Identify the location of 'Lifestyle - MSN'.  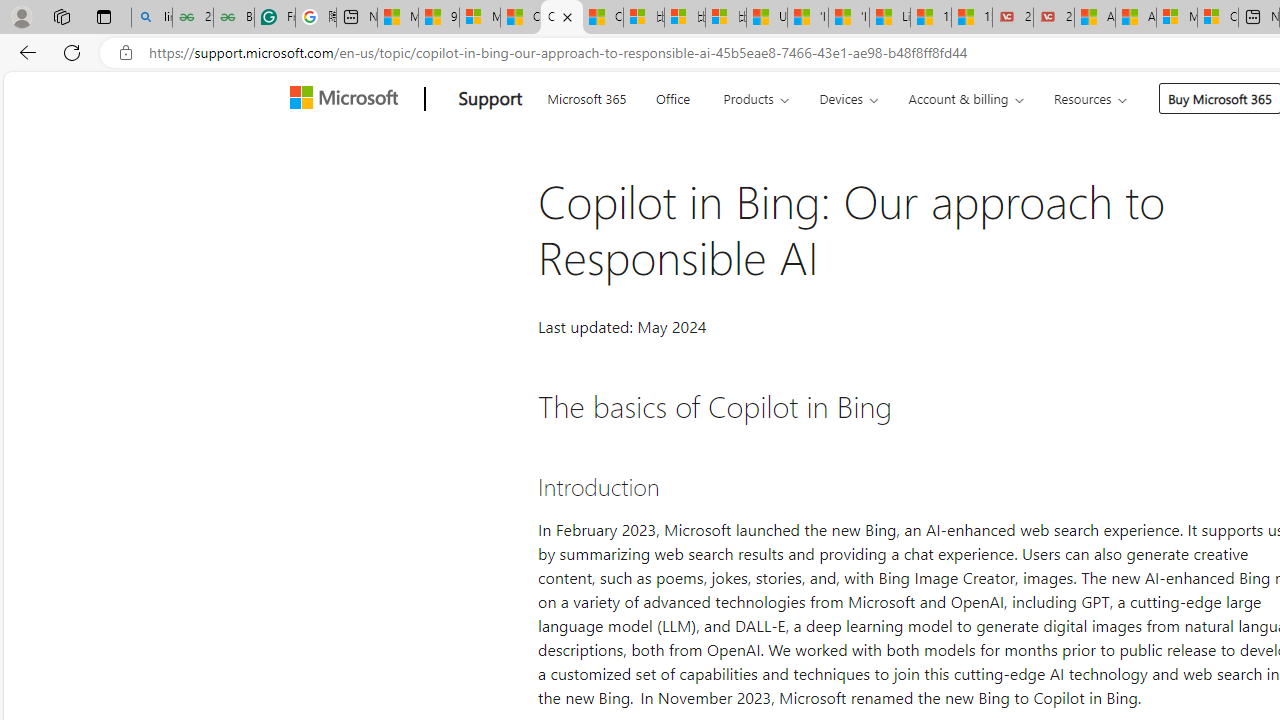
(889, 17).